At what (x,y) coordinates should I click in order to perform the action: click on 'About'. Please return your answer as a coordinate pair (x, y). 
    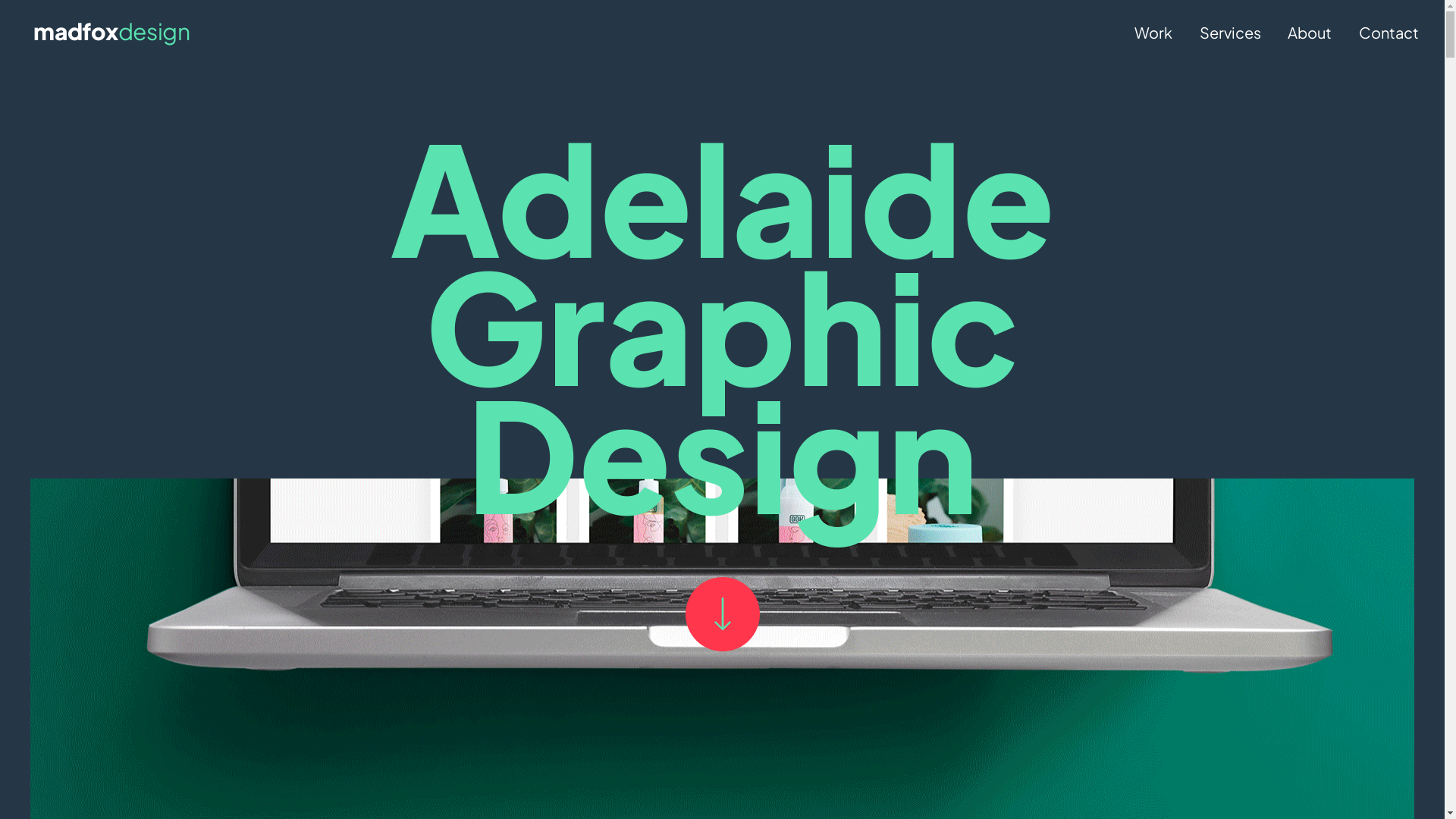
    Looking at the image, I should click on (1309, 32).